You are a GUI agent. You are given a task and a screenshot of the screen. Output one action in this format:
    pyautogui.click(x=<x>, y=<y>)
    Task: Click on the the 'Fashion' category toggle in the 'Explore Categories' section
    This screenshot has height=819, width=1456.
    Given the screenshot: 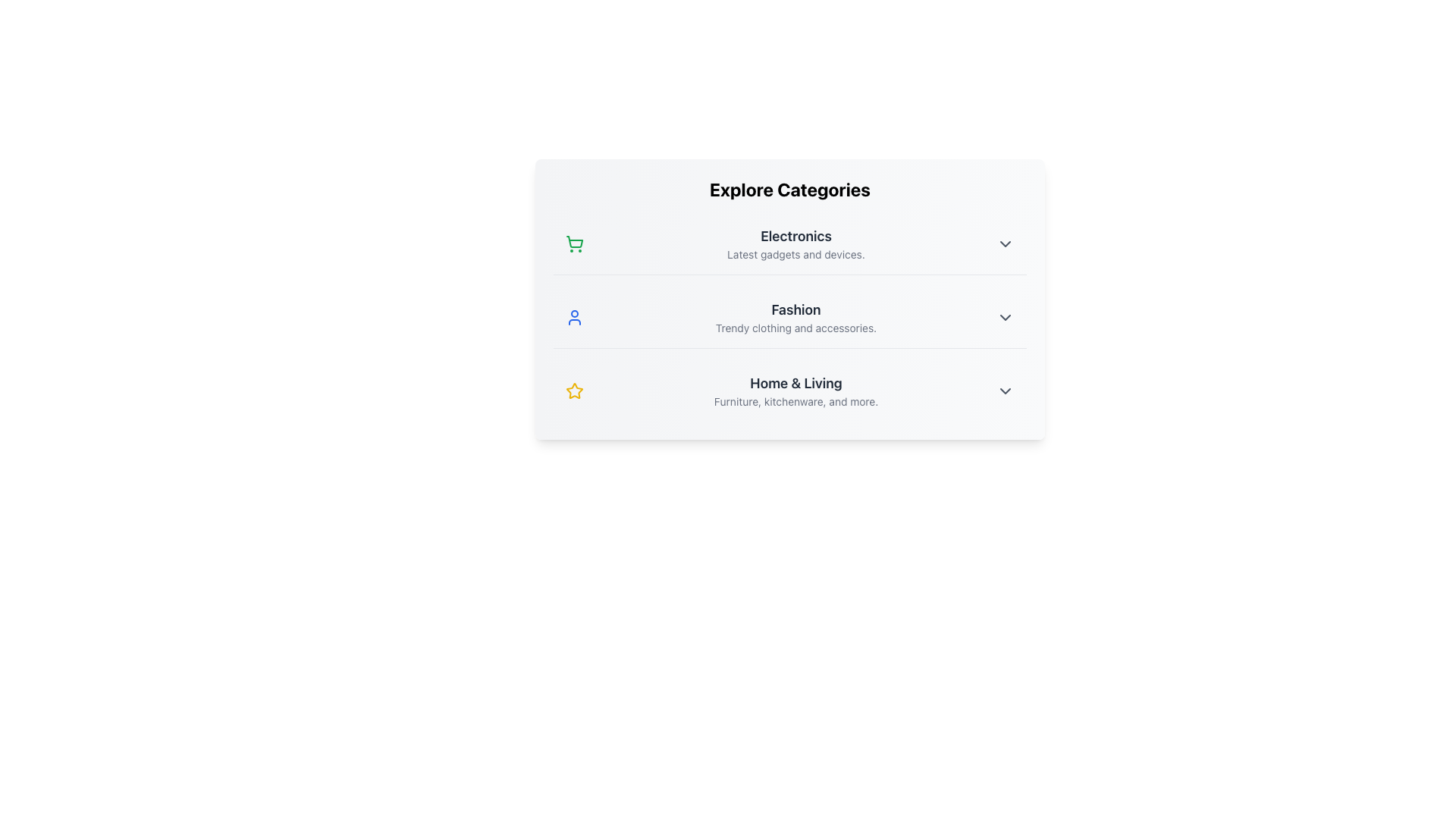 What is the action you would take?
    pyautogui.click(x=789, y=317)
    